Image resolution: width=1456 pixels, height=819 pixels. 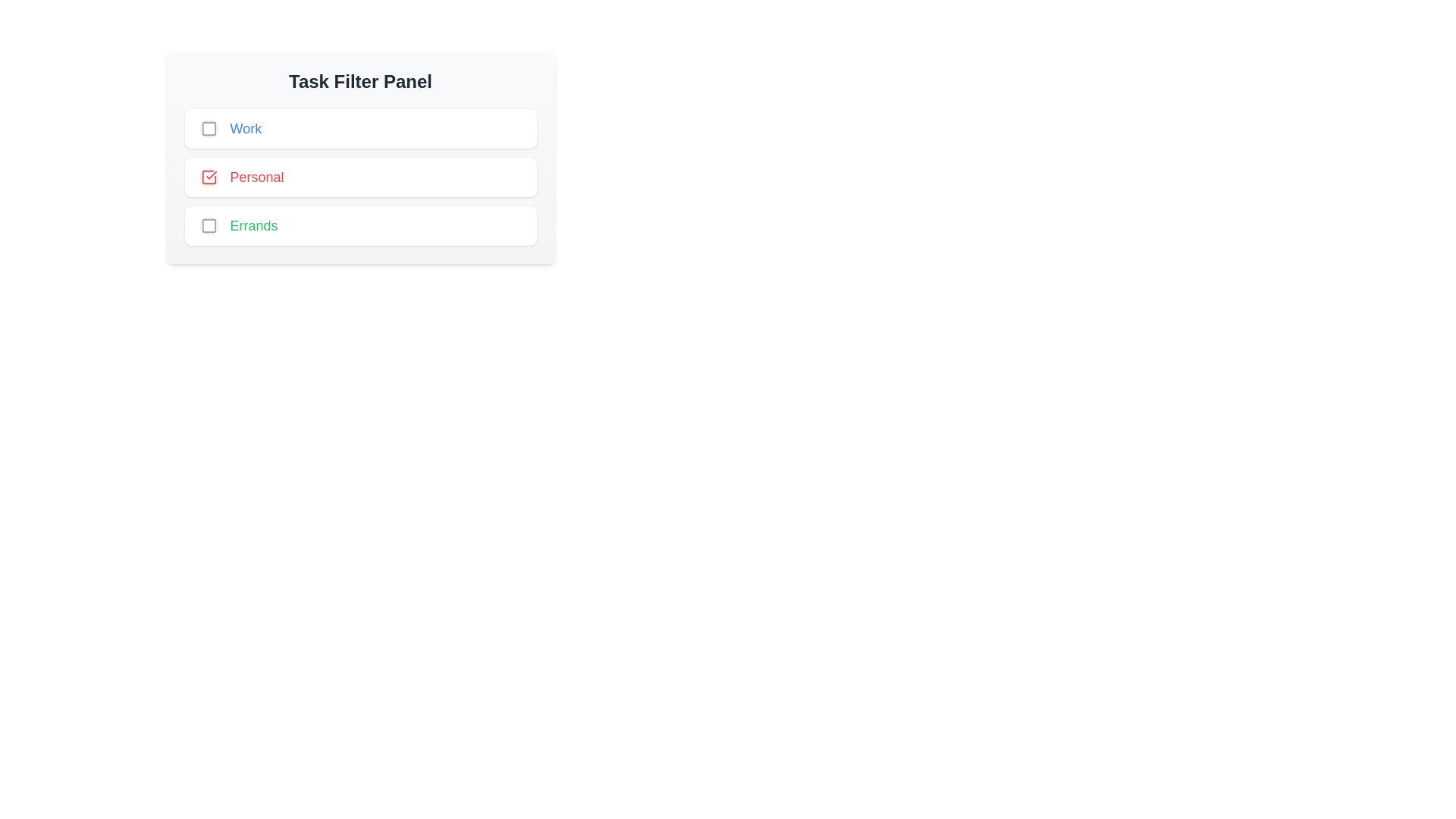 What do you see at coordinates (359, 177) in the screenshot?
I see `the checkbox in the 'Personal' filter button, which is the second option in the Task Filter Panel` at bounding box center [359, 177].